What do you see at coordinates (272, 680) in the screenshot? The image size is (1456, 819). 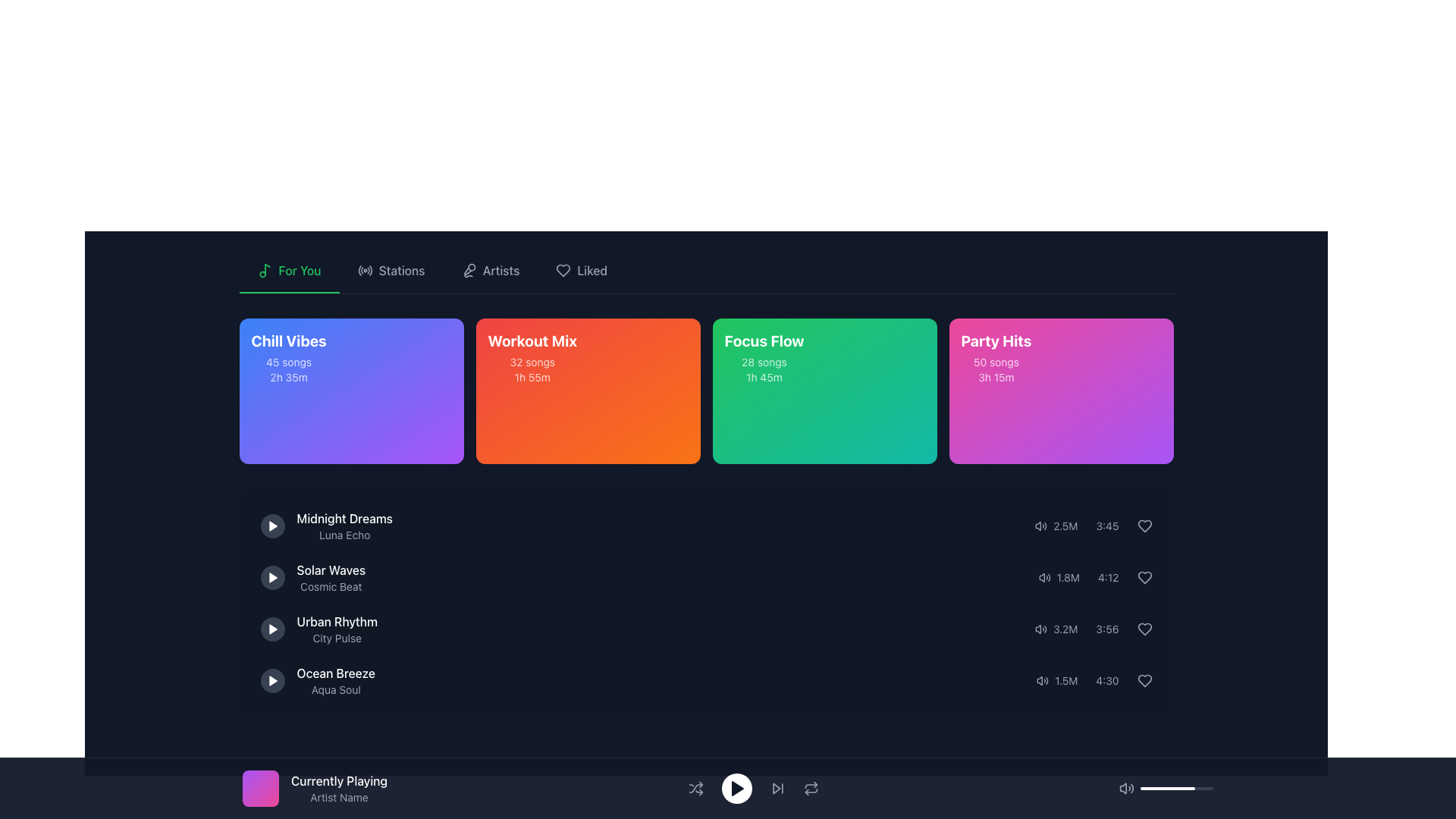 I see `the circular button with a dark gray background and a white play icon located in the fourth row of the list near the text 'Ocean Breeze' and 'Aqua Soul' to play the track` at bounding box center [272, 680].